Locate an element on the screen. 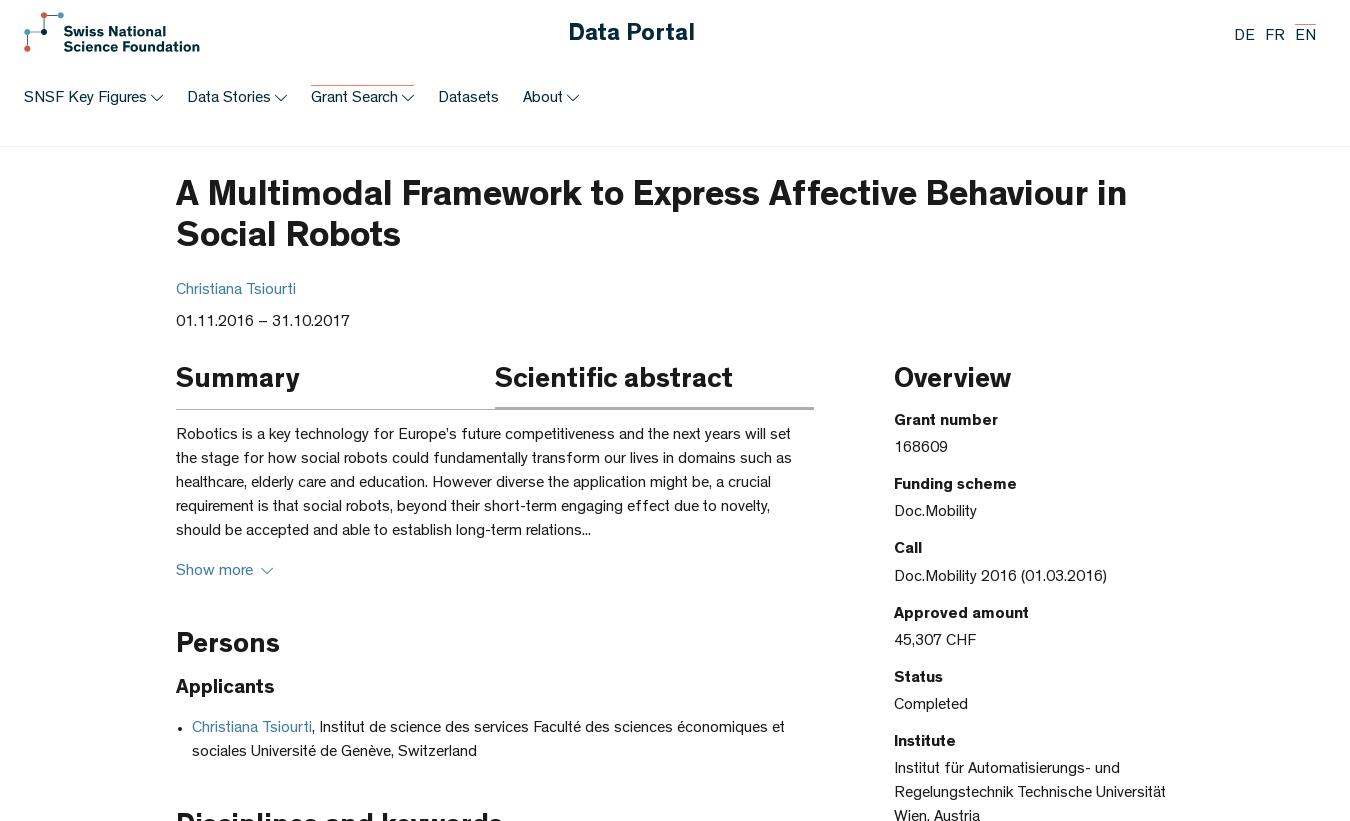 The image size is (1350, 821). 'Data Stories' is located at coordinates (229, 98).